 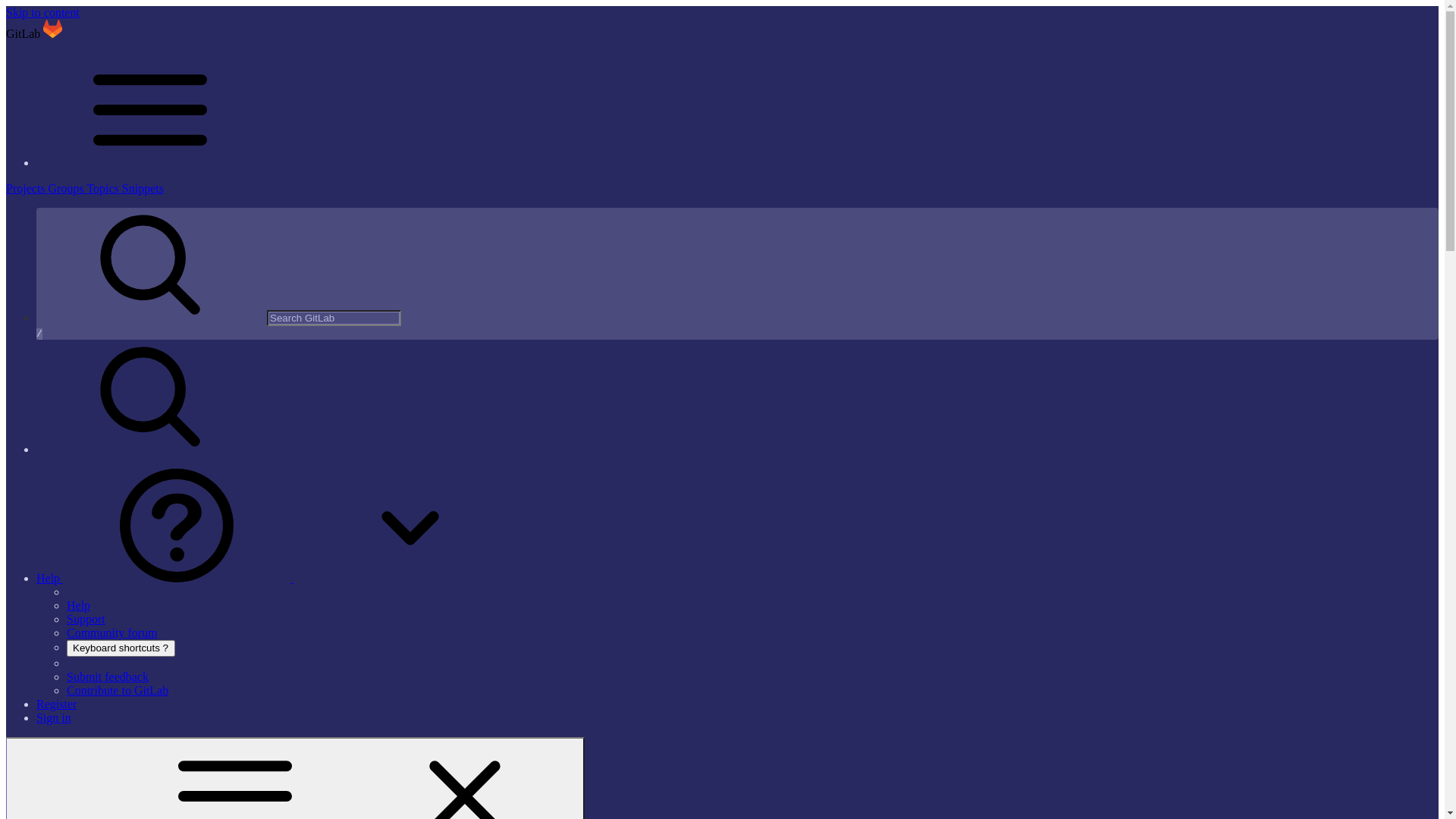 I want to click on 'Support', so click(x=85, y=619).